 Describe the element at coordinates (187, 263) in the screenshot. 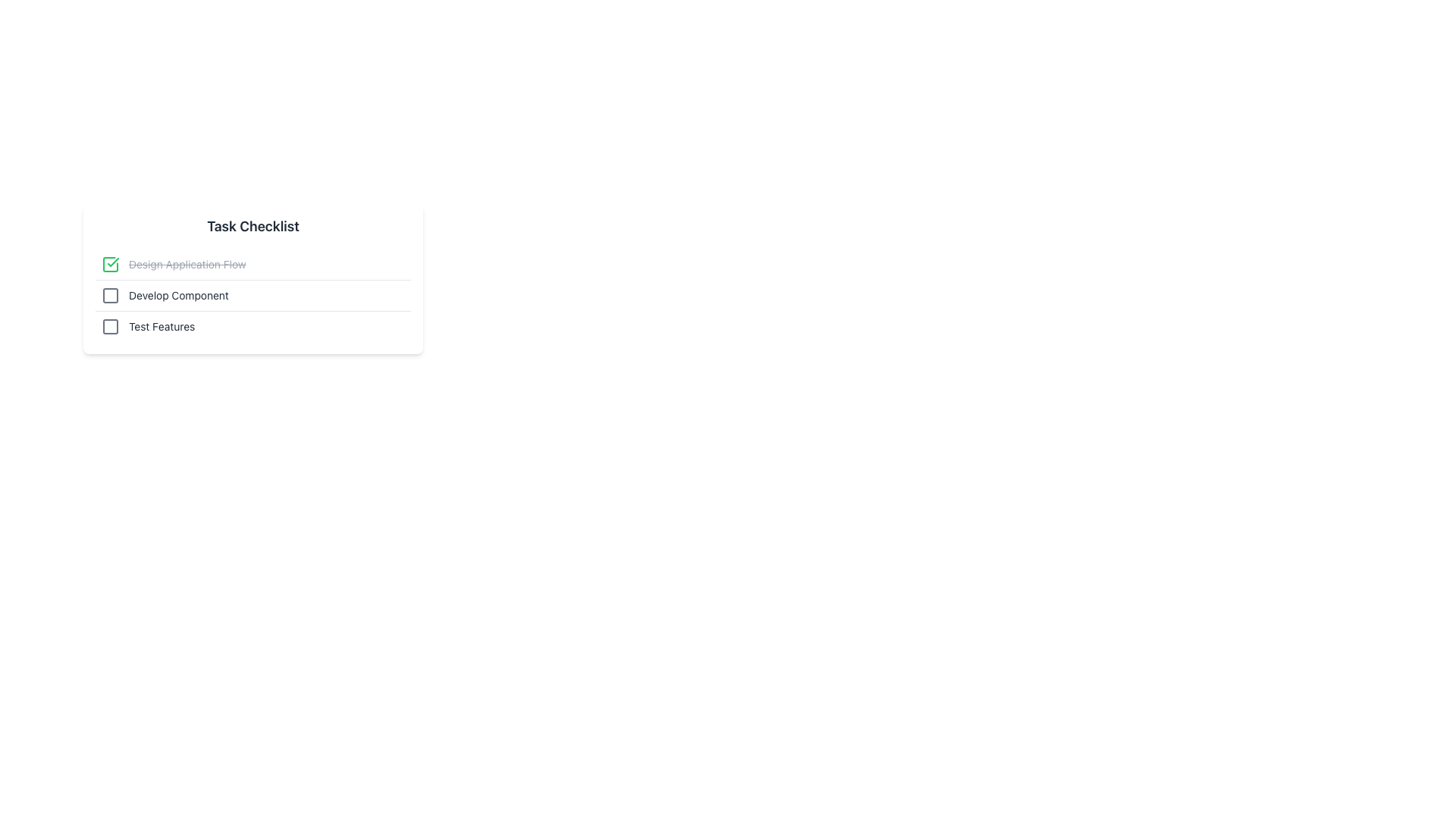

I see `the completed task label in the checklist, which is the first item in the vertical list and has a strikethrough style indicating completion` at that location.